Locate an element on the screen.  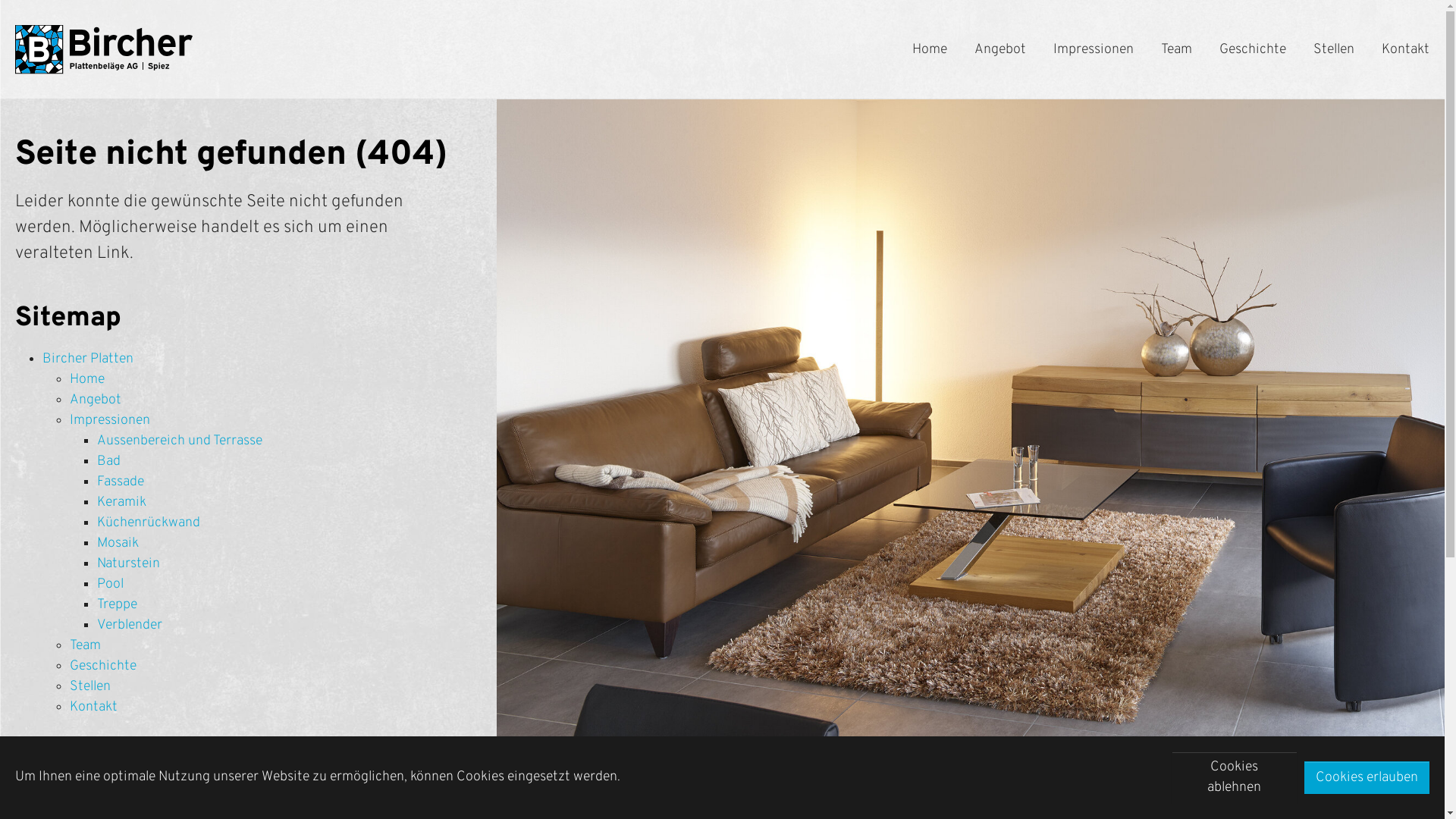
'Mosaik' is located at coordinates (117, 542).